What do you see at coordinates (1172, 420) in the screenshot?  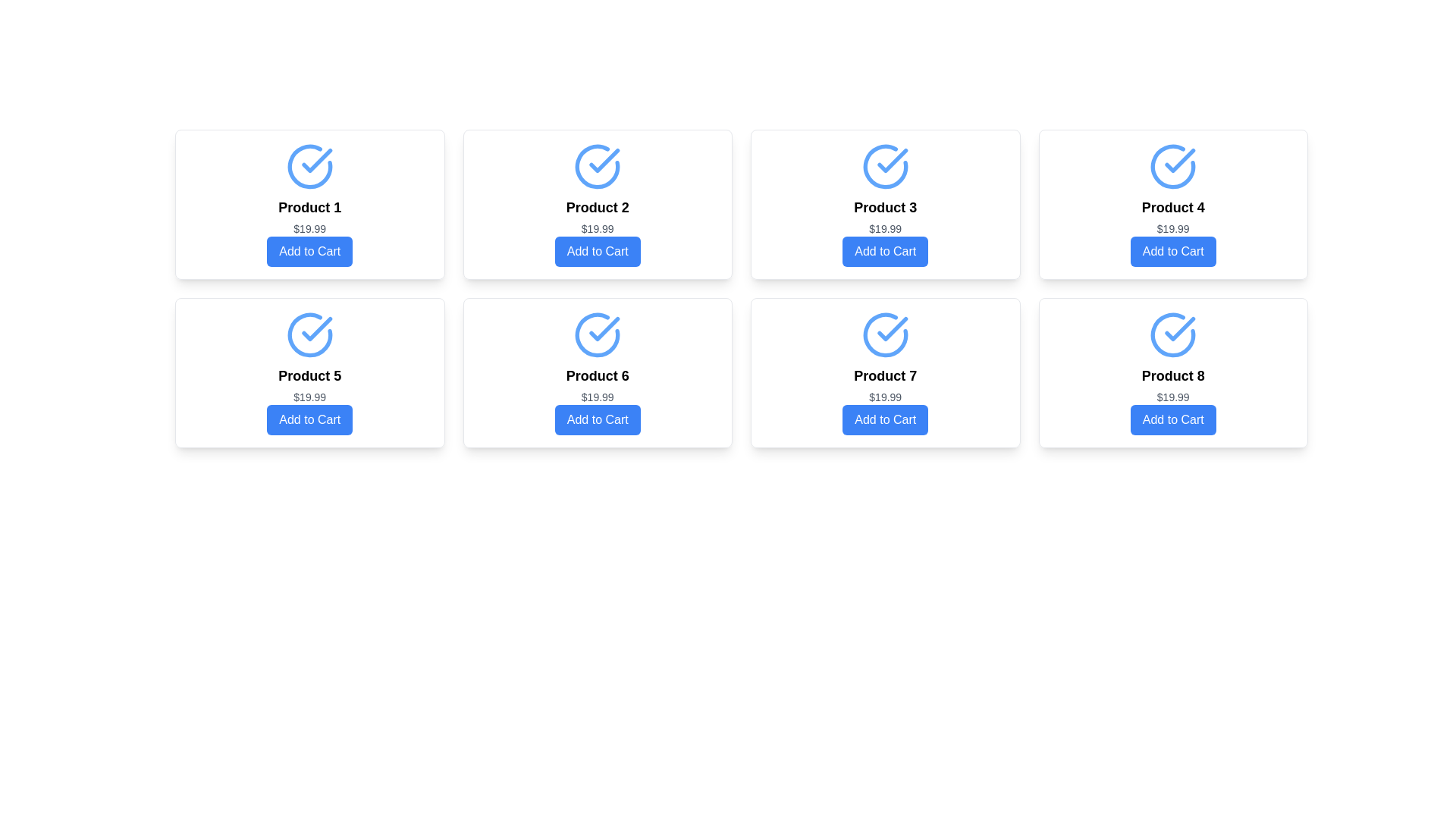 I see `the button located at the bottom of the last product card in the second row of the grid layout` at bounding box center [1172, 420].